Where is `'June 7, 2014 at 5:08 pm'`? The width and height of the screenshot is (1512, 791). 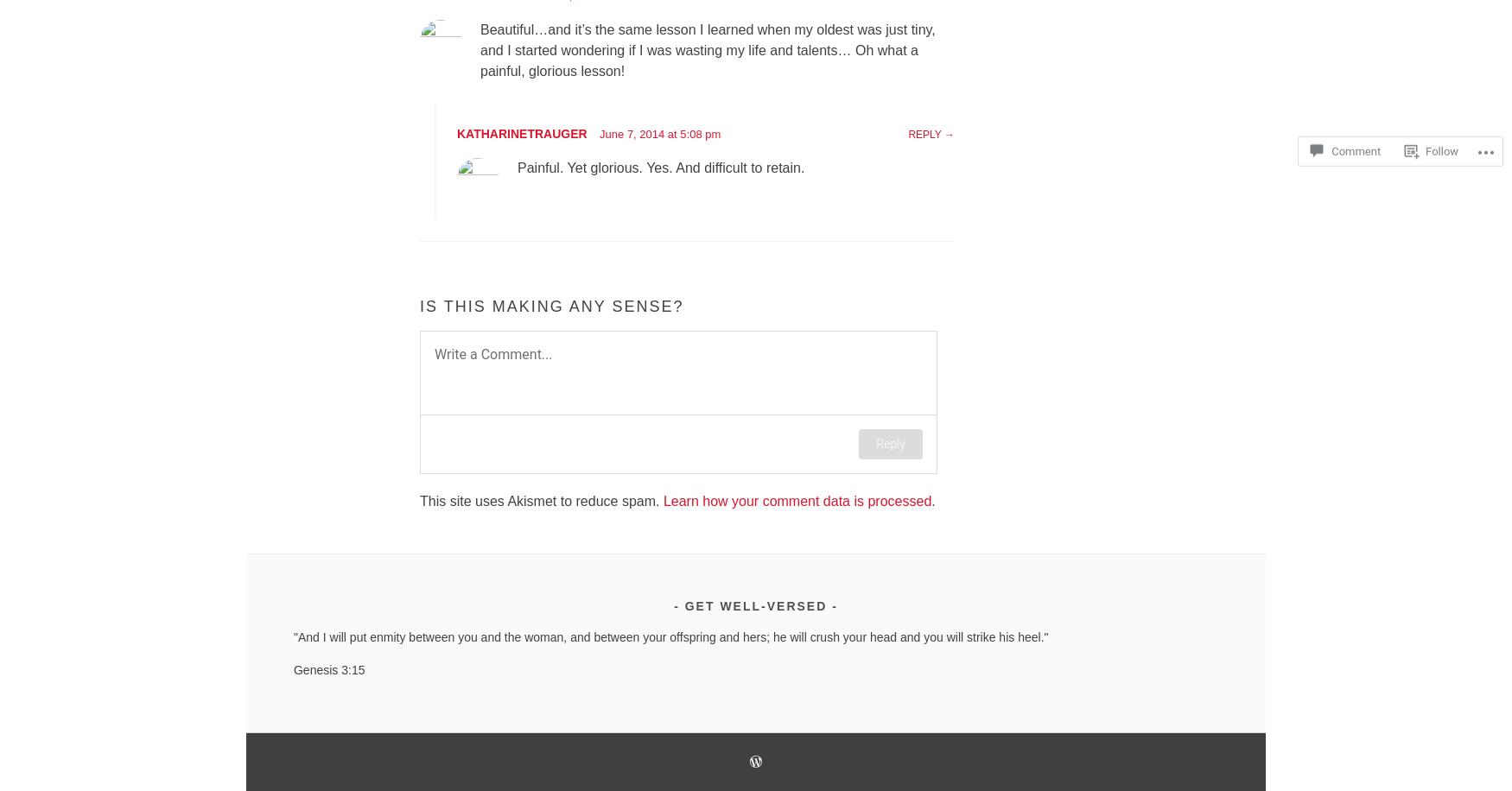 'June 7, 2014 at 5:08 pm' is located at coordinates (600, 134).